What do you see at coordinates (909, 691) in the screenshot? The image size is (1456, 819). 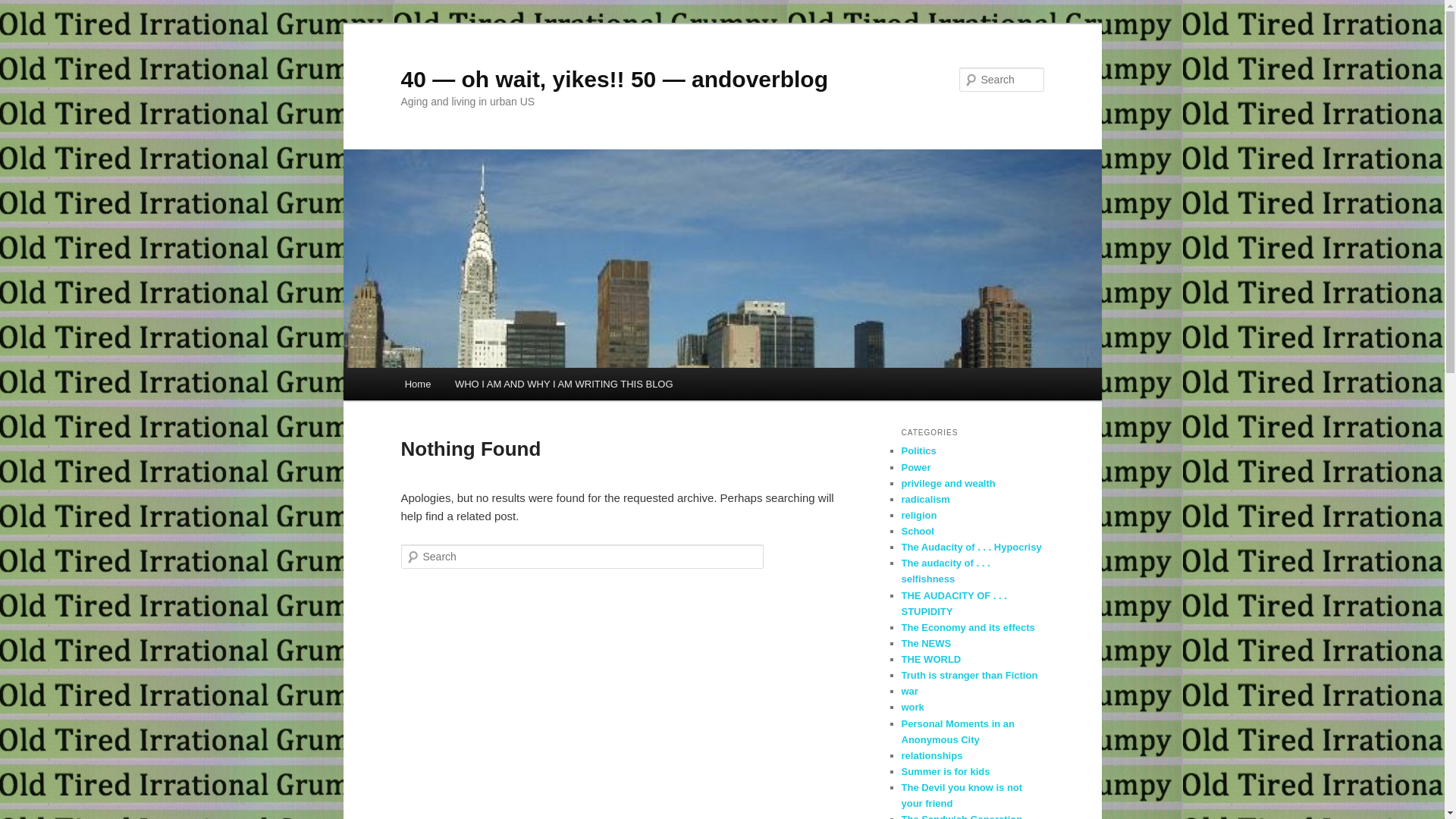 I see `'war'` at bounding box center [909, 691].